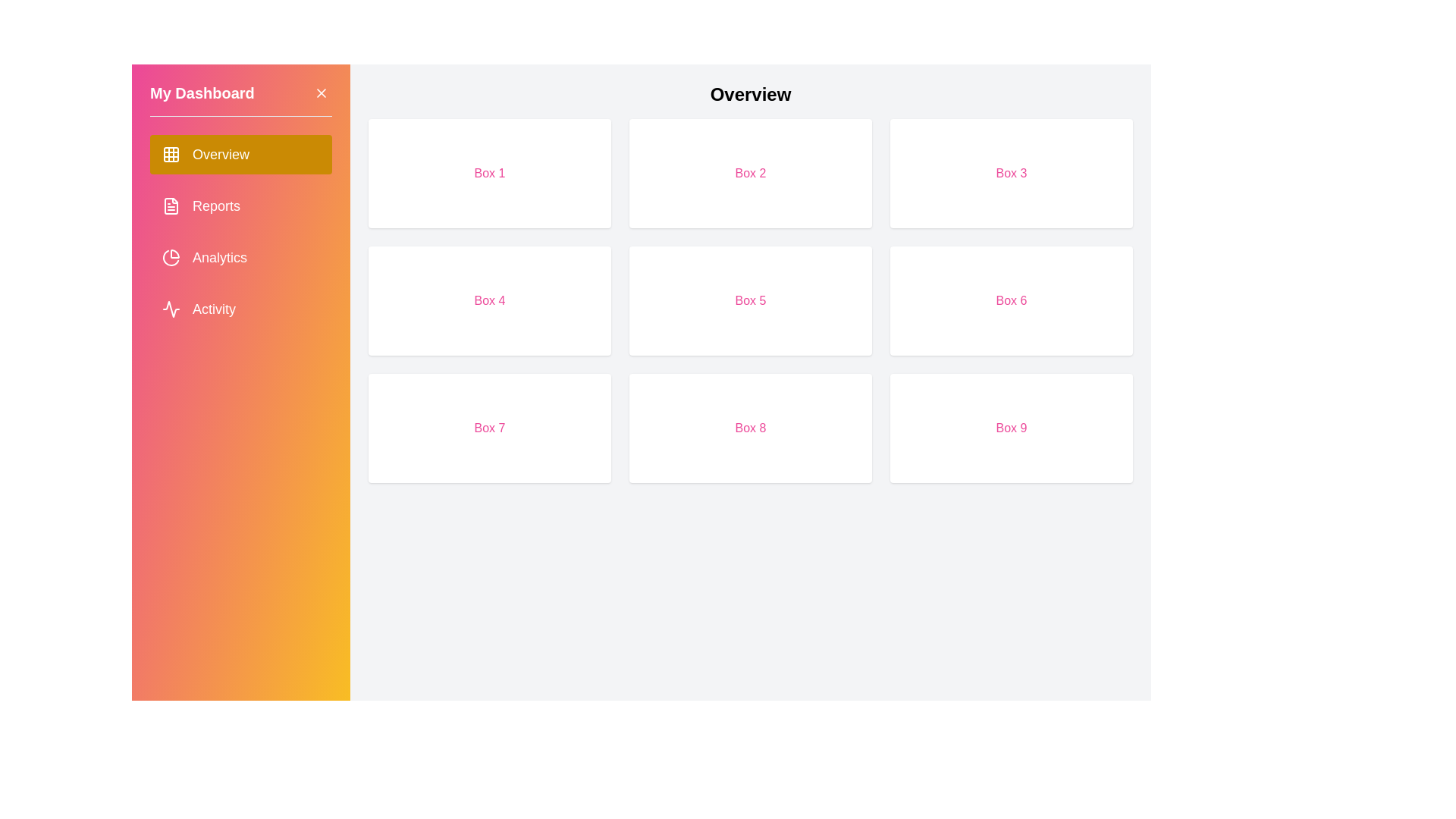  I want to click on the close button (X icon) to hide the sidebar, so click(320, 93).